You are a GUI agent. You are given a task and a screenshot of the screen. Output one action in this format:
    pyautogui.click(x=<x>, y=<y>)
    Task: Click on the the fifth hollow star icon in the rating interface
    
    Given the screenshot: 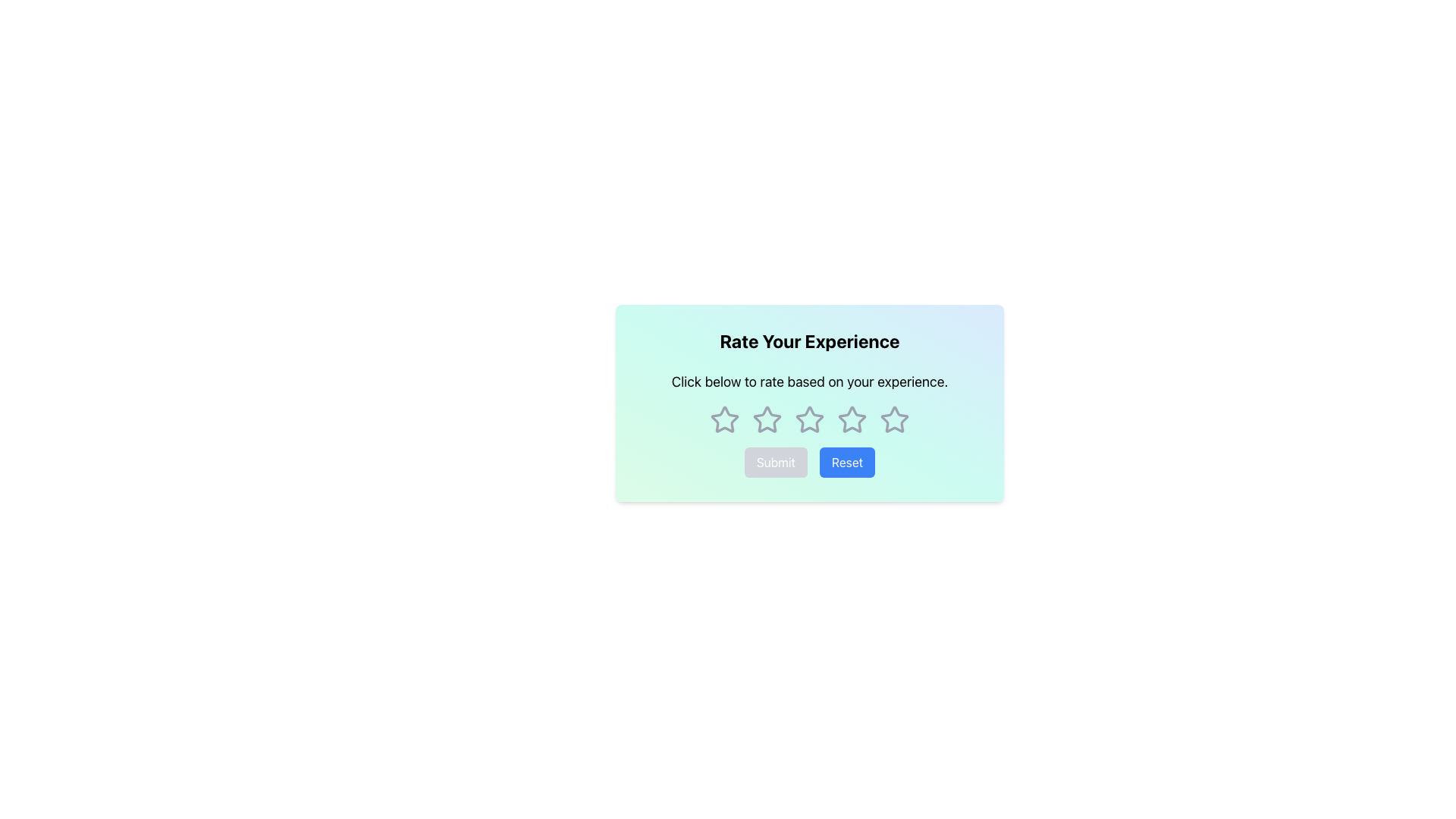 What is the action you would take?
    pyautogui.click(x=894, y=419)
    